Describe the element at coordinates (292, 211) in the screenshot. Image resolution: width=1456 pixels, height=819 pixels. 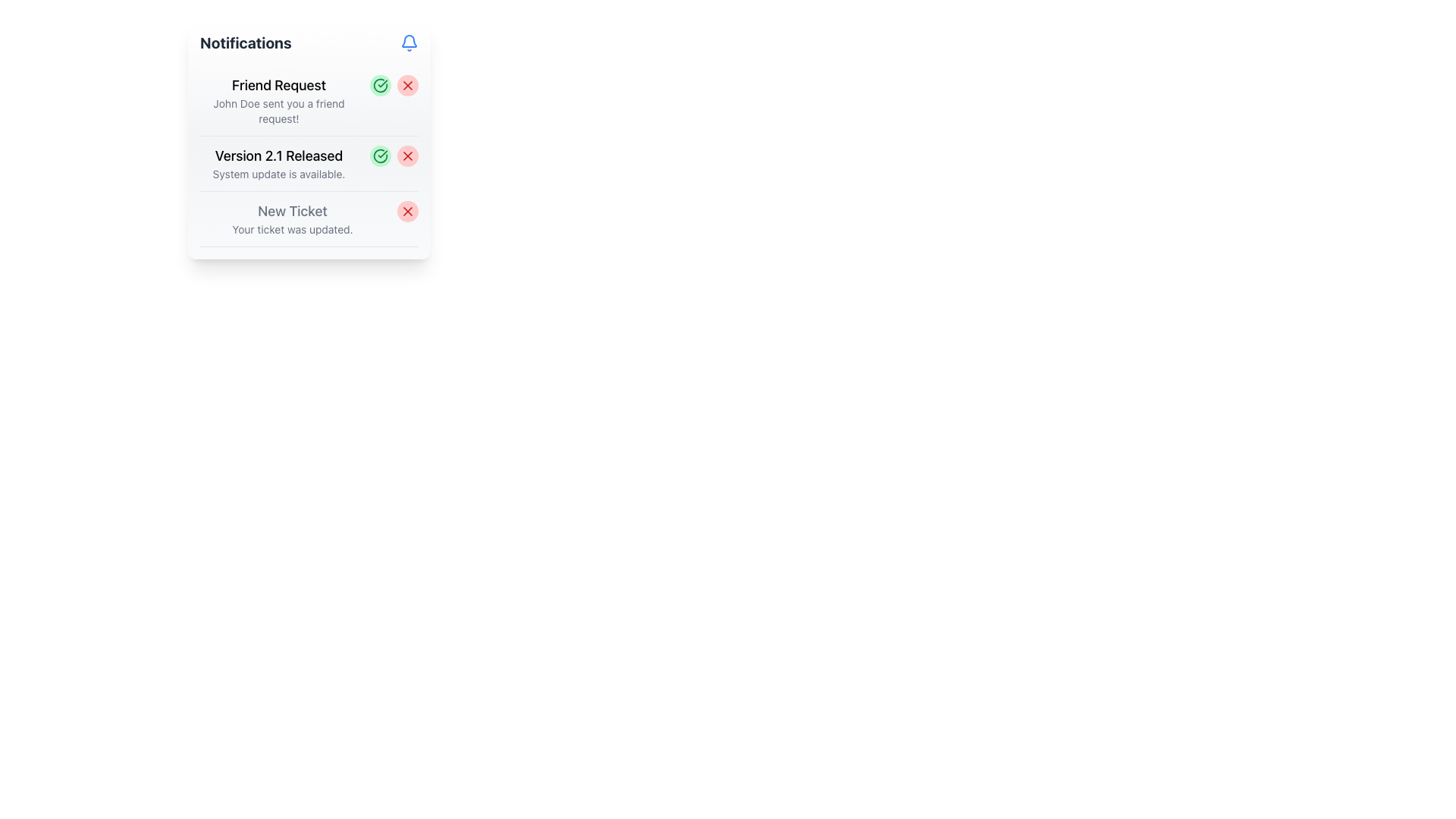
I see `the title label of the third notification item in the notifications panel, which is located between the second notification 'Version 2.1 Released' and the description 'Your ticket was updated.'` at that location.